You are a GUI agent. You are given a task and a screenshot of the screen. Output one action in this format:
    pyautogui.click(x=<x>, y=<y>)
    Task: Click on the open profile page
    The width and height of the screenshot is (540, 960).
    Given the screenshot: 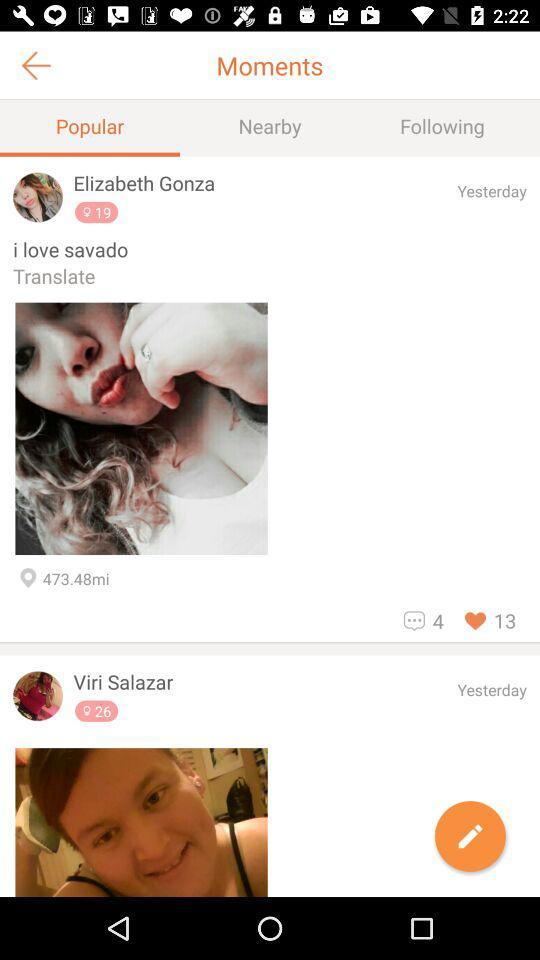 What is the action you would take?
    pyautogui.click(x=38, y=696)
    